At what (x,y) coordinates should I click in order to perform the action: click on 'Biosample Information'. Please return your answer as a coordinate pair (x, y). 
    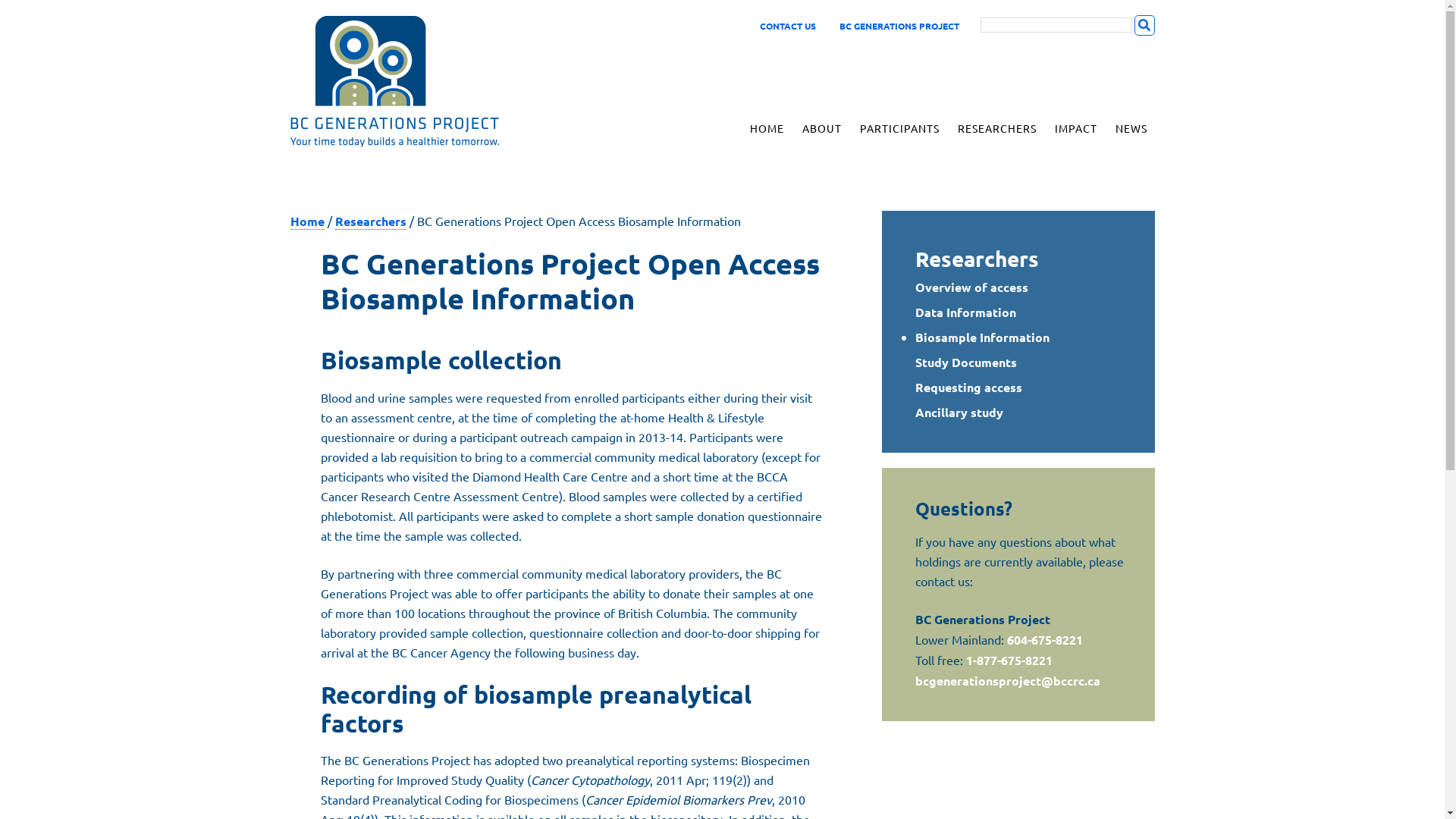
    Looking at the image, I should click on (982, 336).